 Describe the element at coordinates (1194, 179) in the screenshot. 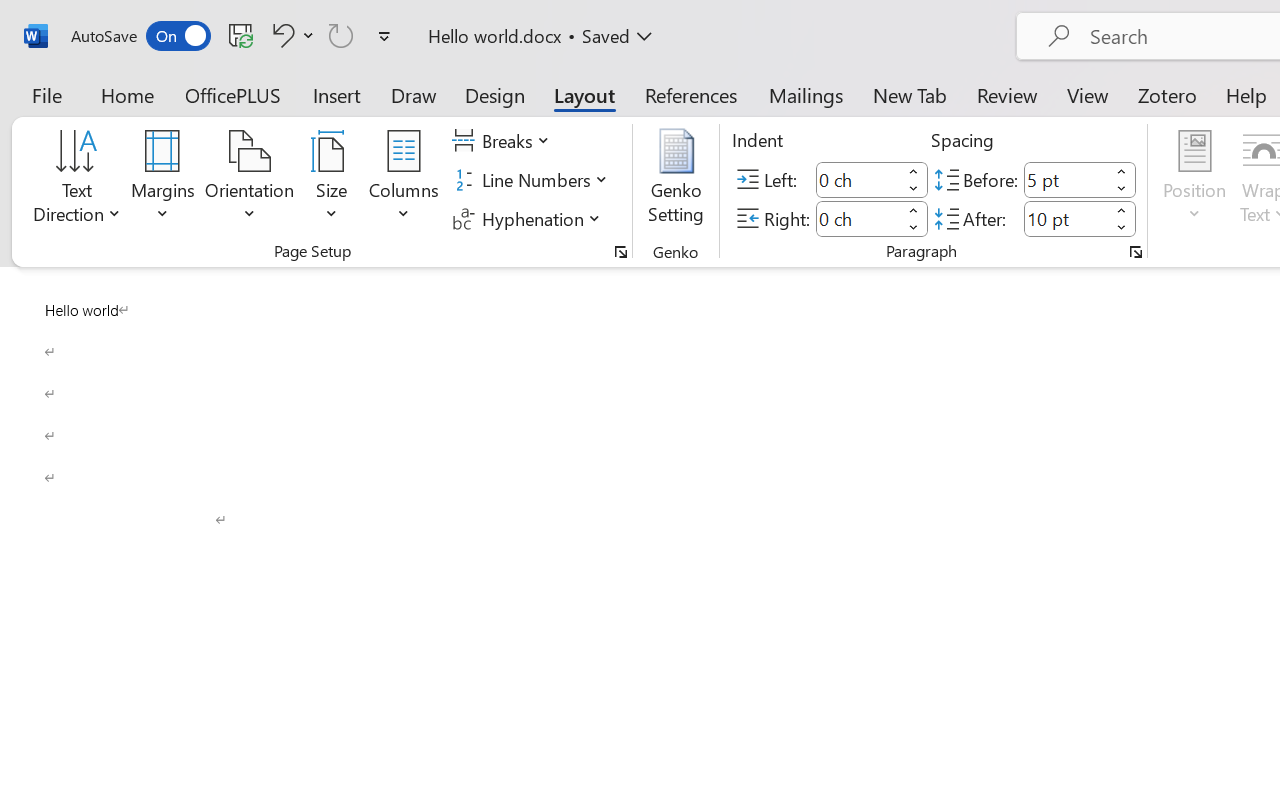

I see `'Position'` at that location.